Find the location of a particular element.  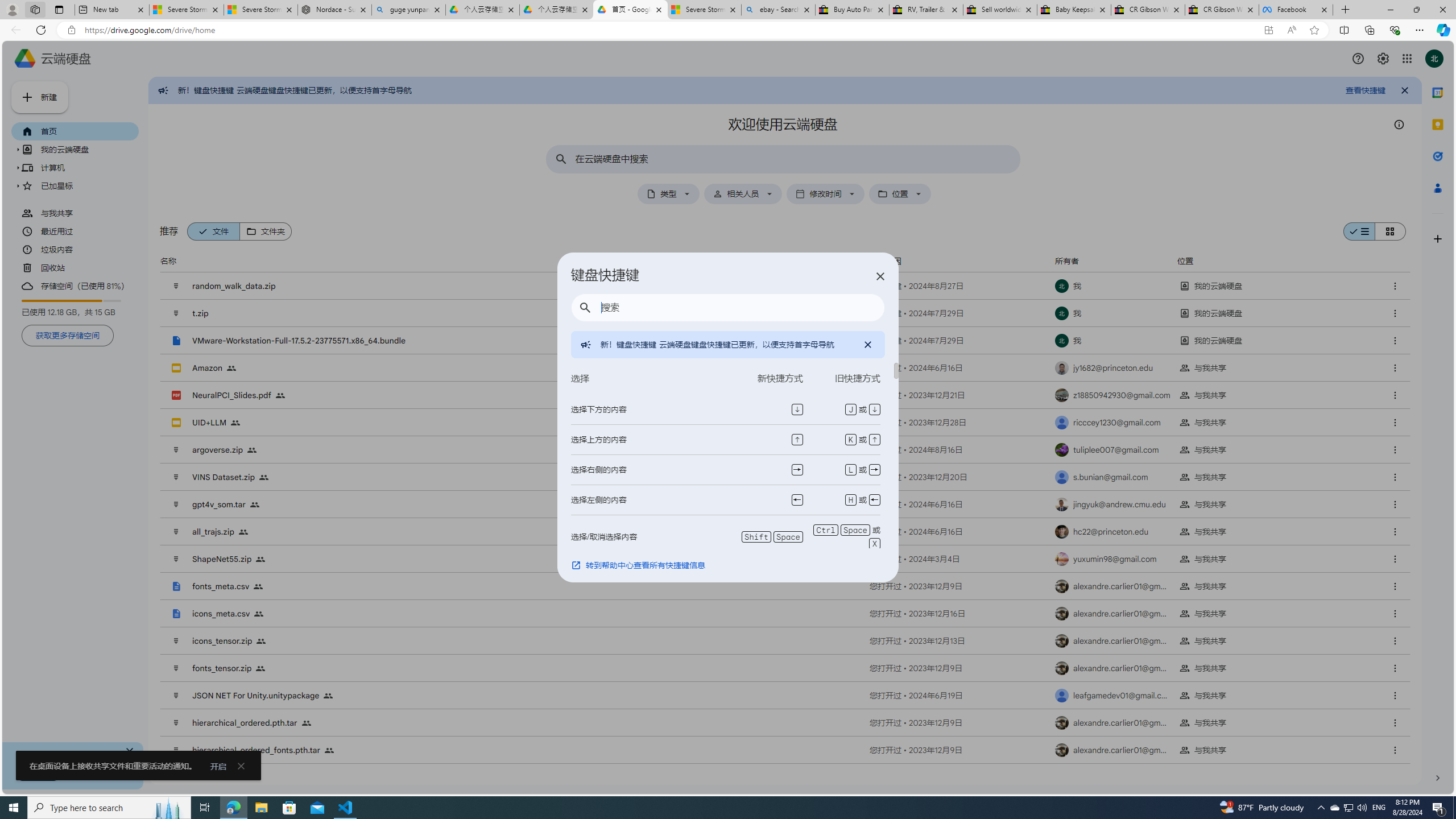

'ebay - Search' is located at coordinates (777, 9).